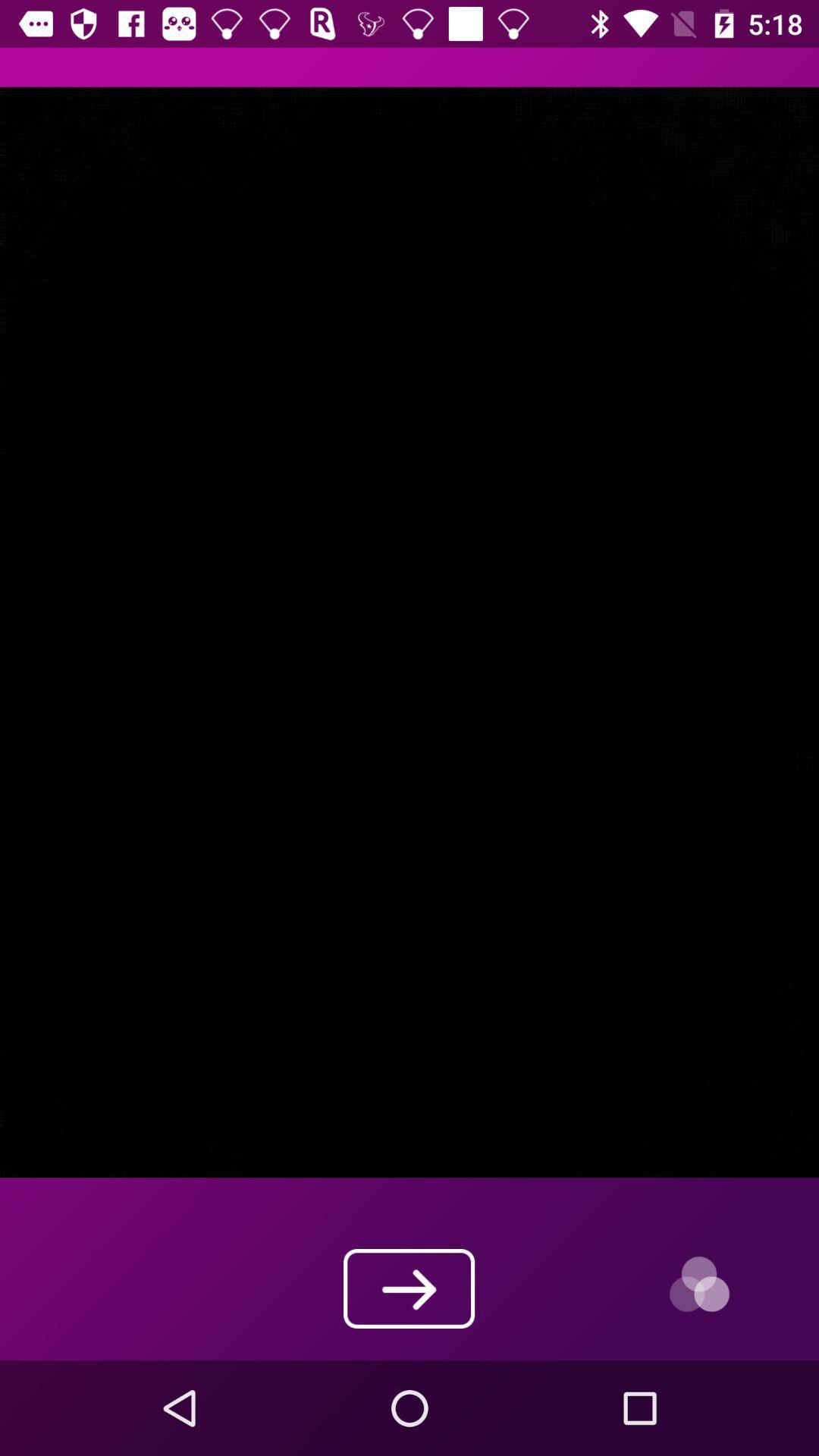 This screenshot has width=819, height=1456. I want to click on the arrow_forward icon, so click(408, 1288).